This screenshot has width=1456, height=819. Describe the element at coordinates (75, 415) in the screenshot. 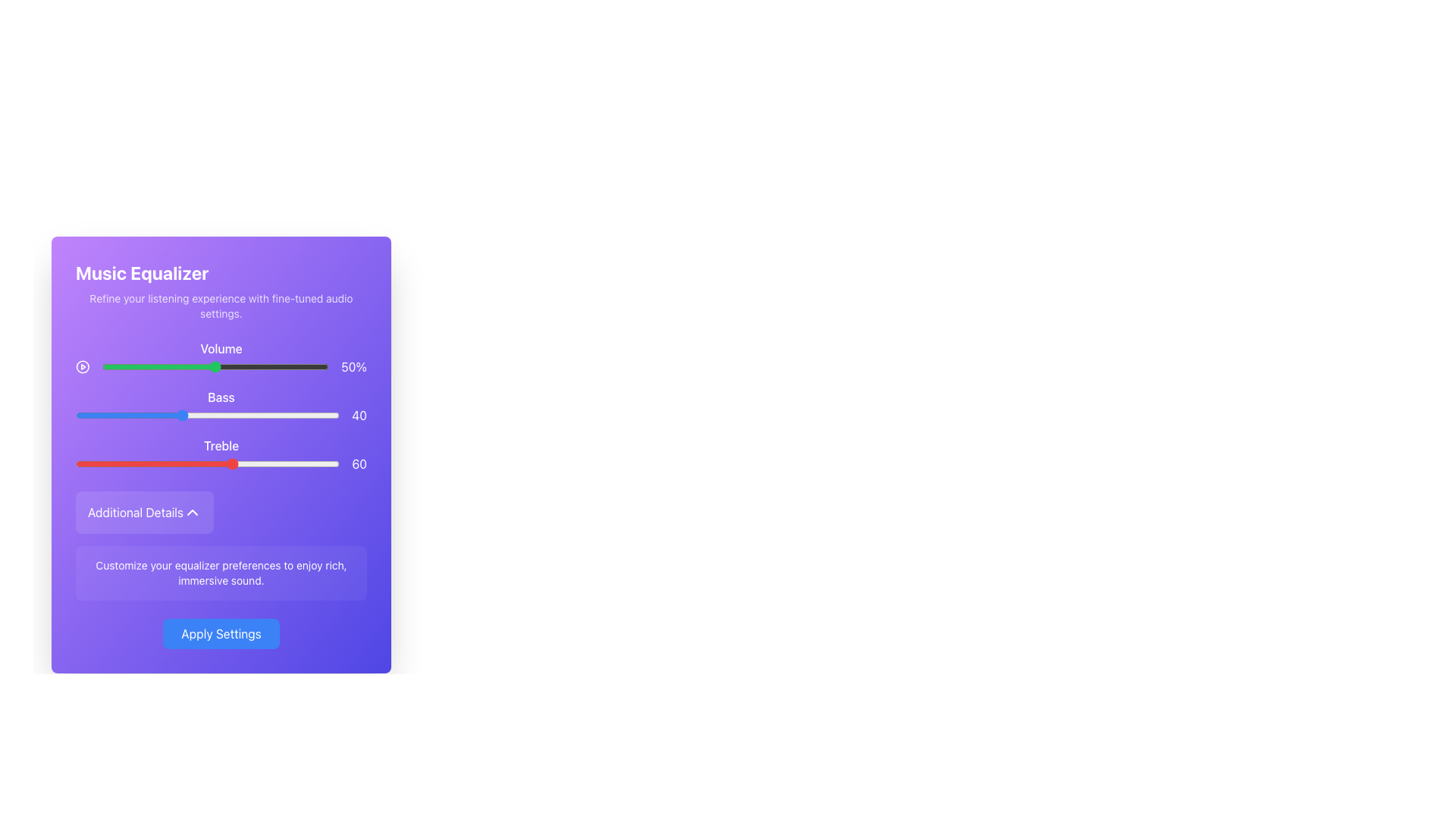

I see `the bass level` at that location.